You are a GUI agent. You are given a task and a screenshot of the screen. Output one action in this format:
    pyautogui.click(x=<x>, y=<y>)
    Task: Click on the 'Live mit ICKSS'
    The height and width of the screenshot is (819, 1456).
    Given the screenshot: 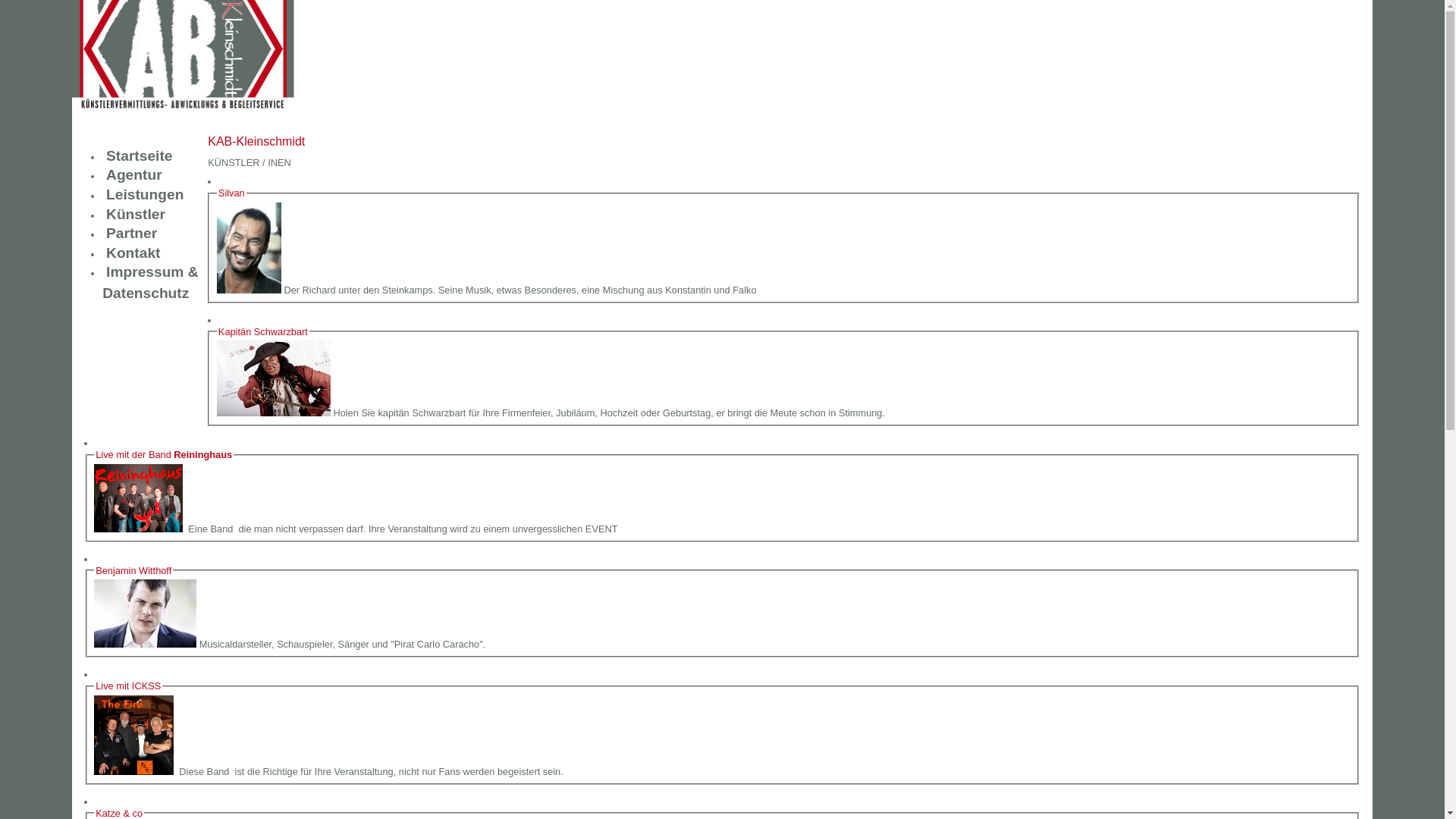 What is the action you would take?
    pyautogui.click(x=127, y=686)
    